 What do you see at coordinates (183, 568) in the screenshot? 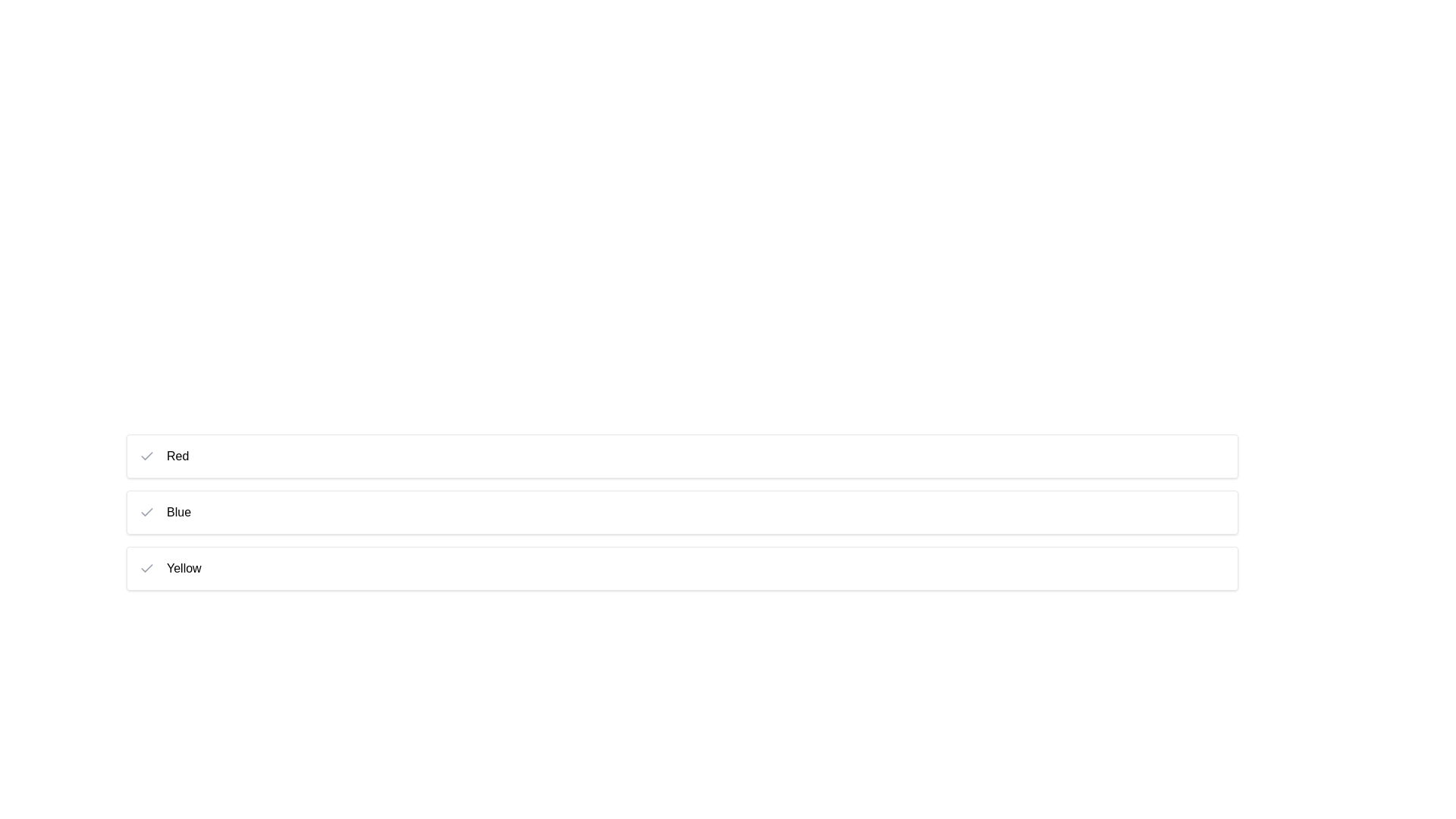
I see `the text label displaying 'Yellow', which is located at the bottommost selectable item in a vertical list, aligned next to a checkmark icon` at bounding box center [183, 568].